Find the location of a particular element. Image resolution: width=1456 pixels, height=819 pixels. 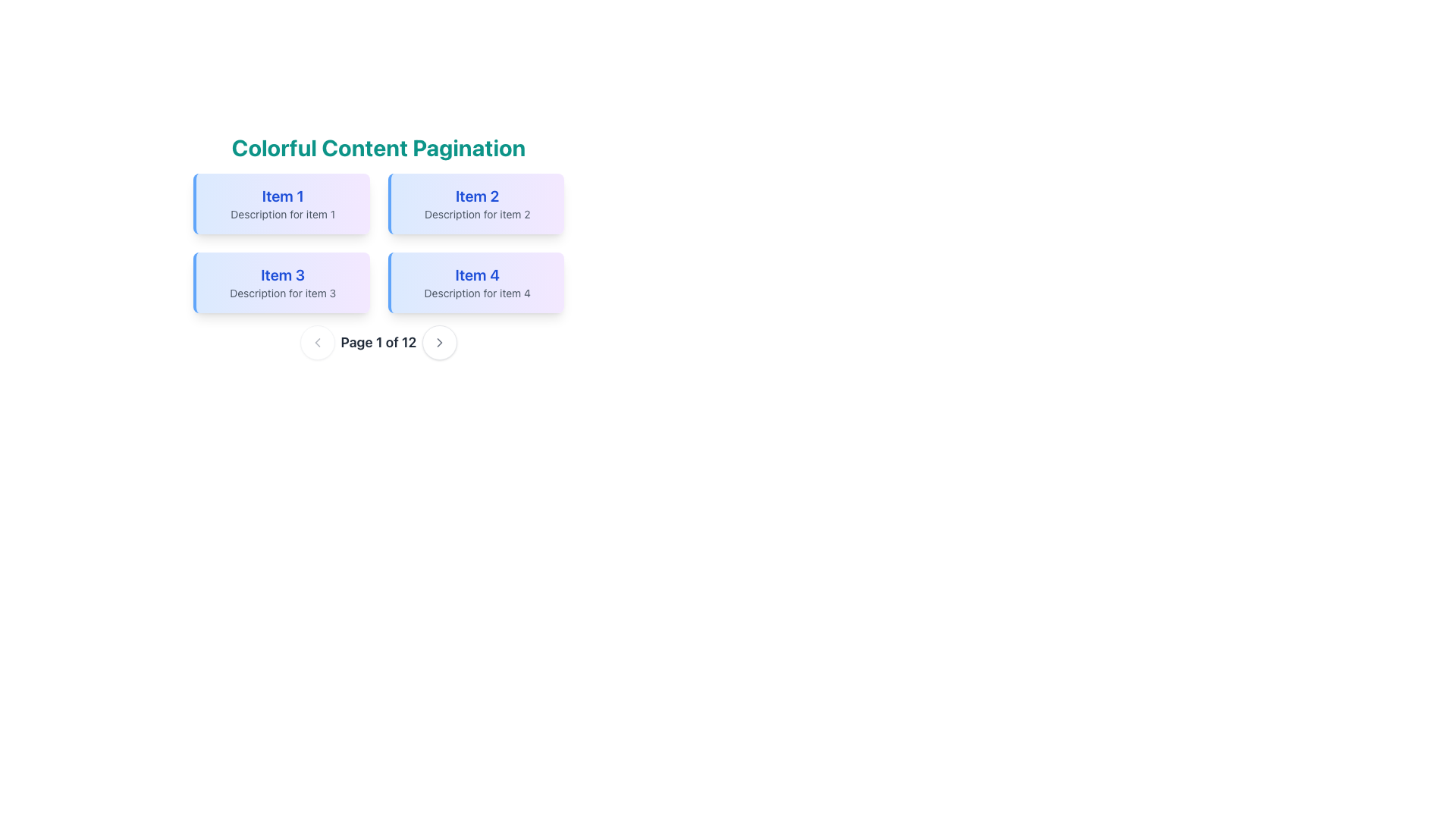

the Content card, which is the last card in a grid of four cards located in the second row and second column, adjacent to 'Item 3' on the left and beneath 'Item 2' is located at coordinates (475, 283).